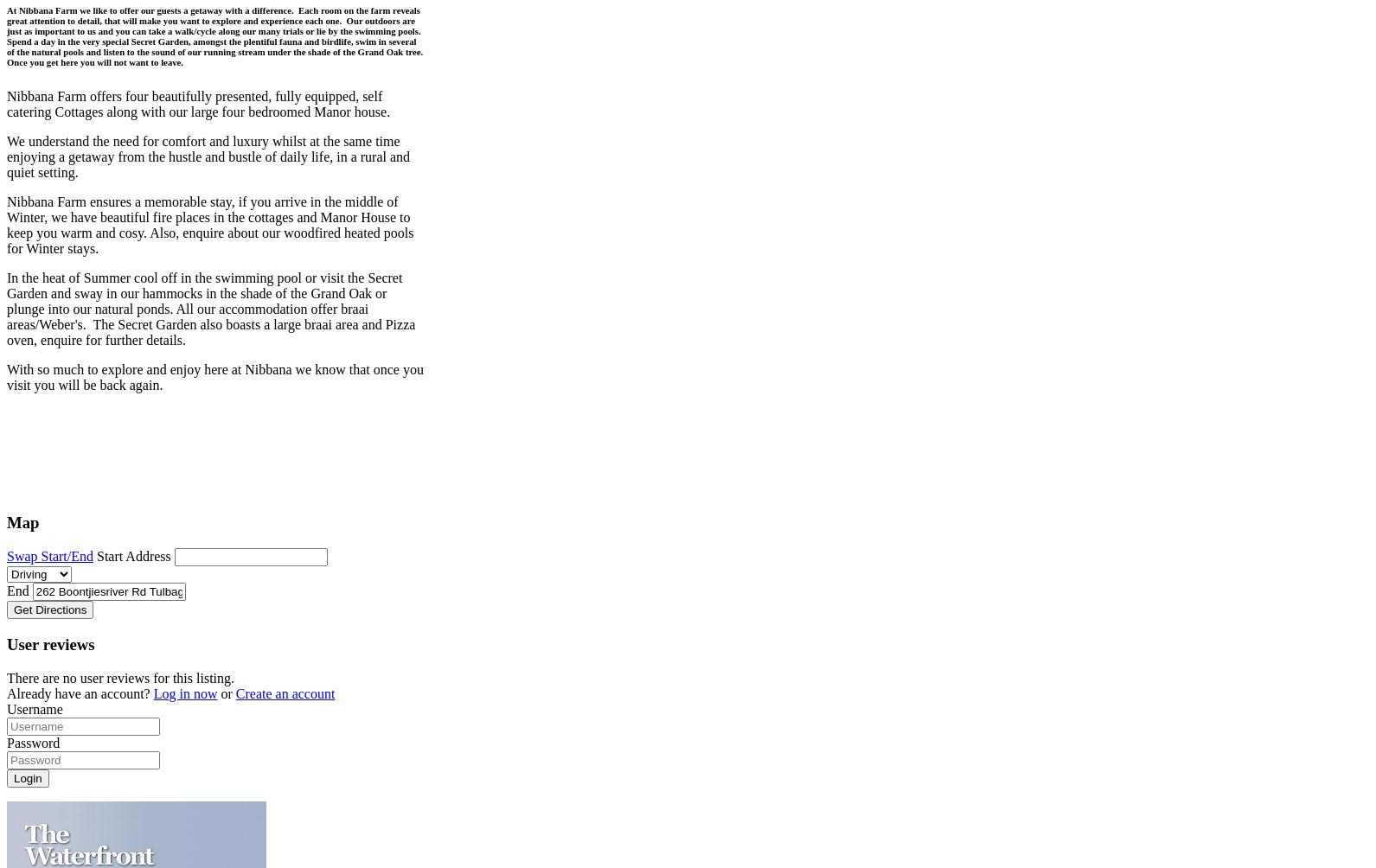 This screenshot has height=868, width=1376. What do you see at coordinates (80, 692) in the screenshot?
I see `'Already have an account?'` at bounding box center [80, 692].